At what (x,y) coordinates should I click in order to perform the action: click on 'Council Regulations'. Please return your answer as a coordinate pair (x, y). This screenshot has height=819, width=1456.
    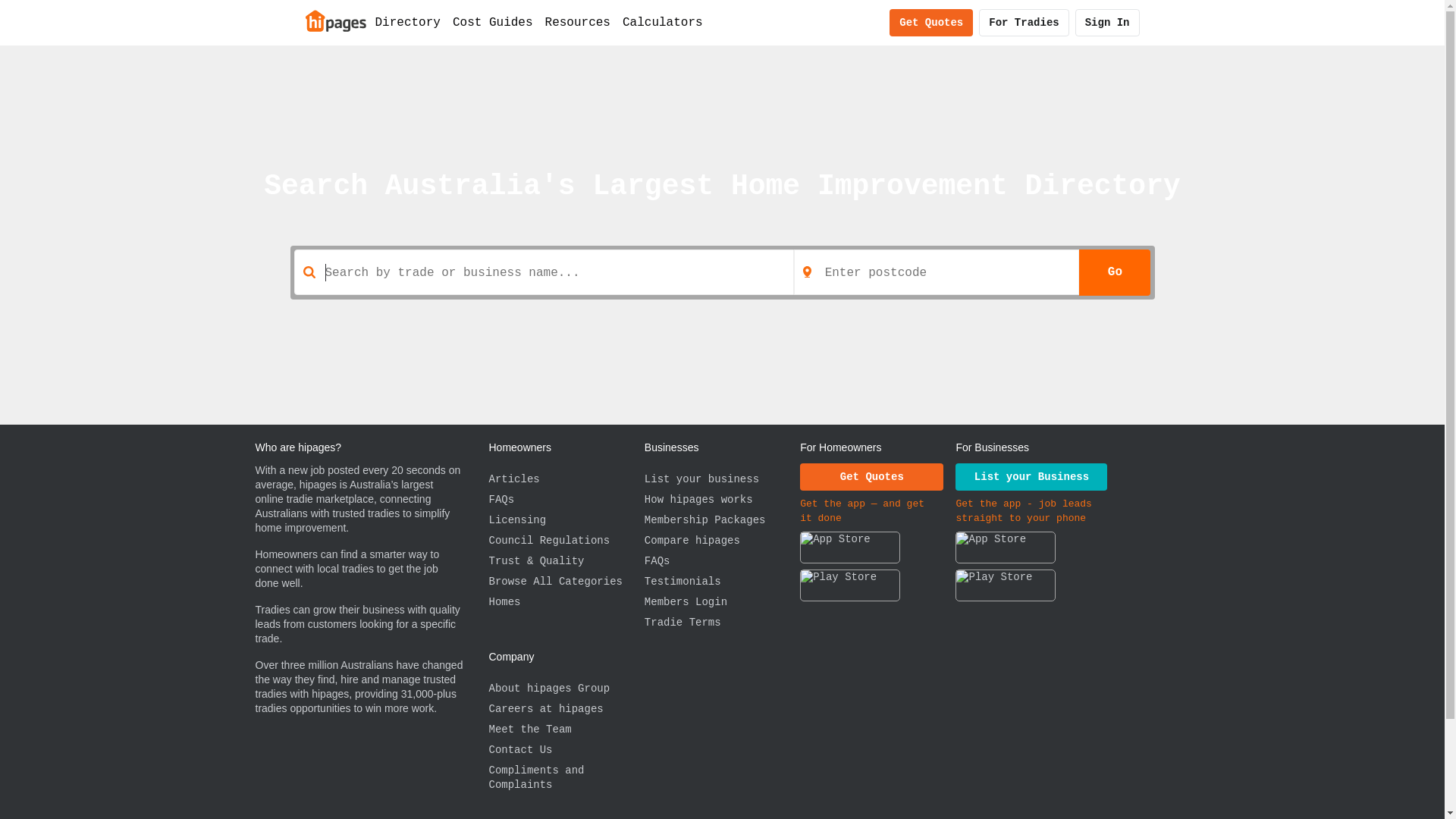
    Looking at the image, I should click on (565, 540).